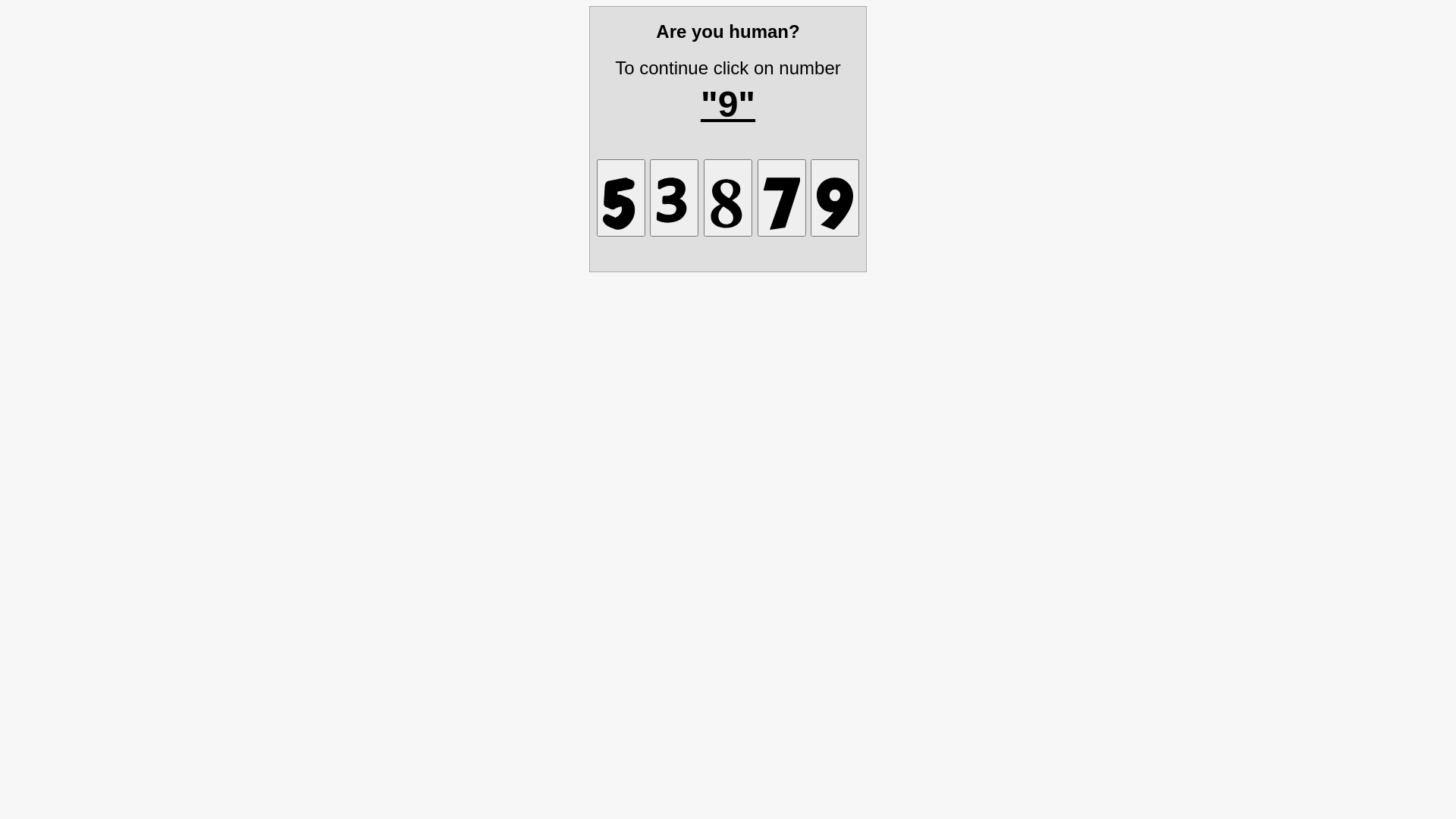 Image resolution: width=1456 pixels, height=819 pixels. I want to click on '1732439013185050', so click(728, 197).